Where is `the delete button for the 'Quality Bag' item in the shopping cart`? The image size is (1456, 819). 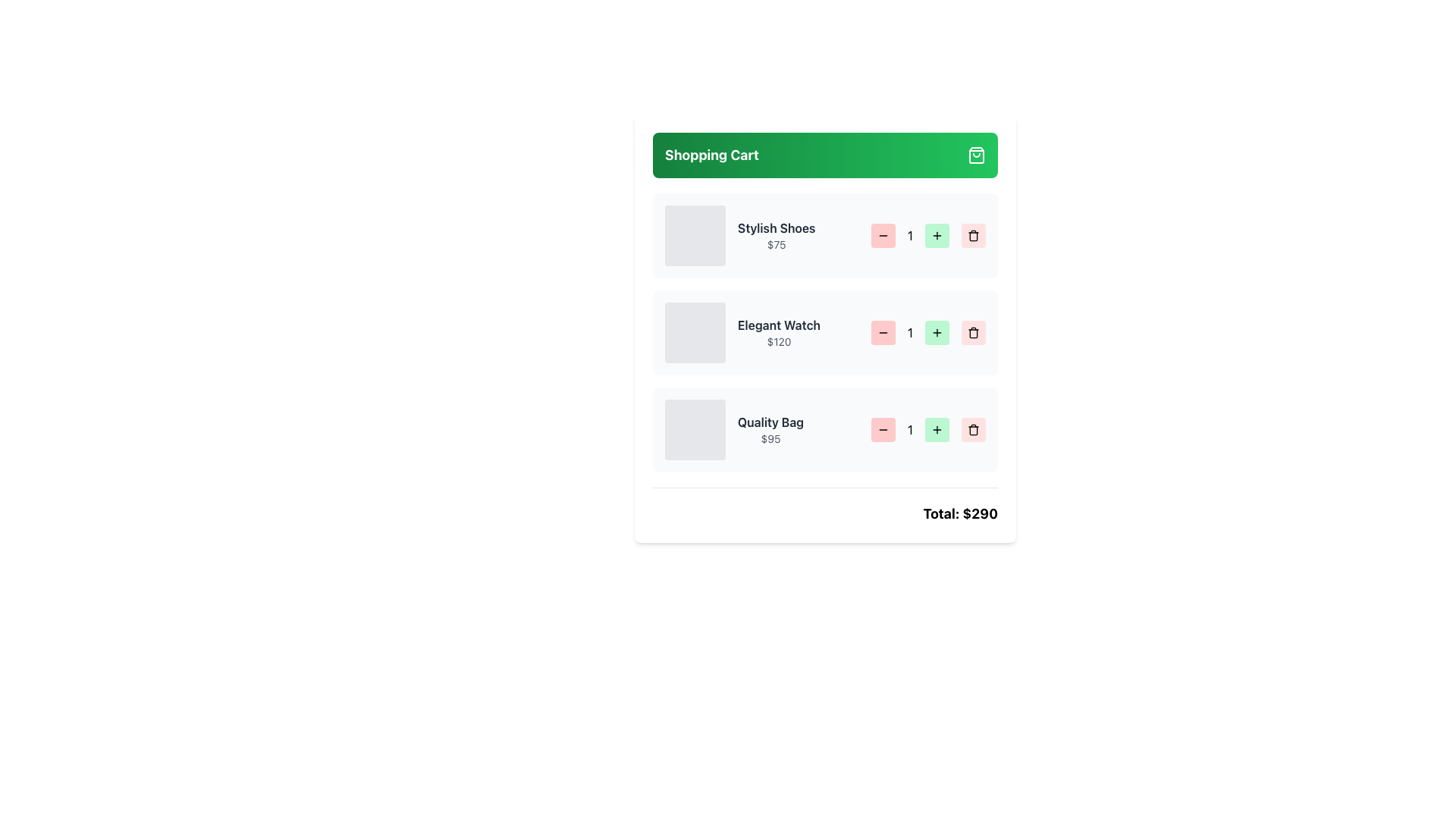
the delete button for the 'Quality Bag' item in the shopping cart is located at coordinates (973, 430).